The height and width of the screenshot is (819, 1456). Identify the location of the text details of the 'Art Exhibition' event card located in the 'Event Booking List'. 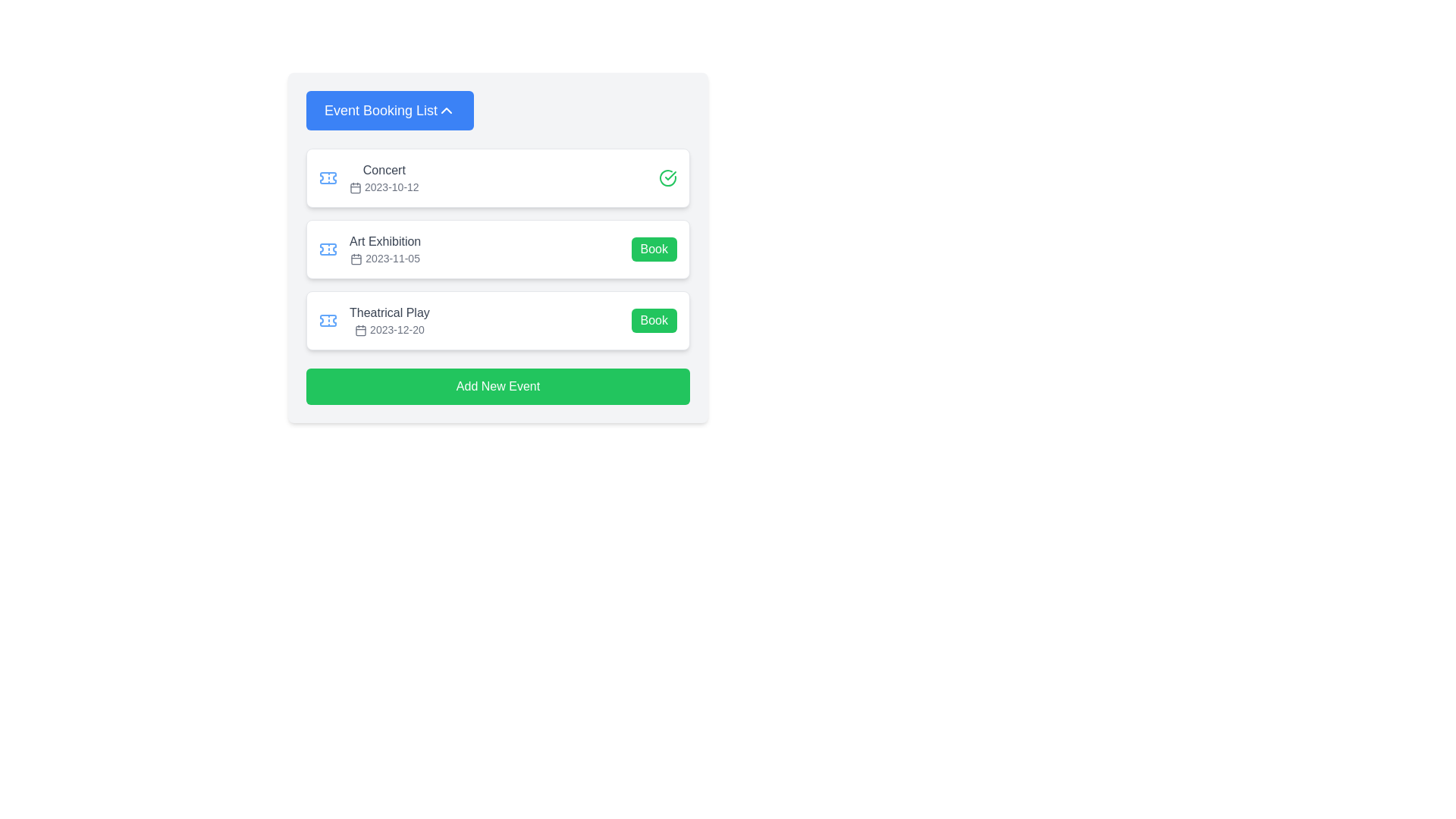
(498, 240).